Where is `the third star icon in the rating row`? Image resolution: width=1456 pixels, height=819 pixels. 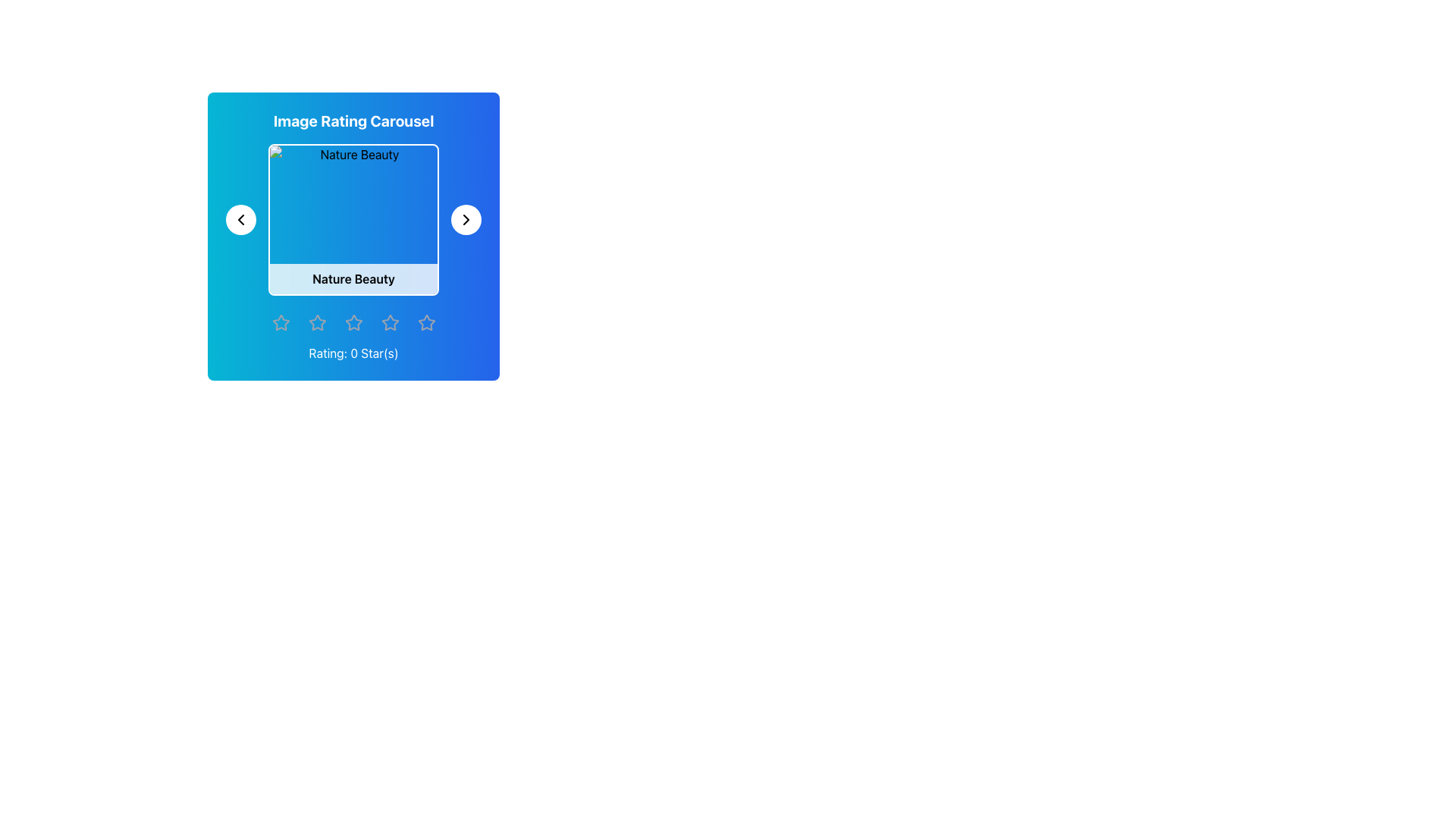 the third star icon in the rating row is located at coordinates (353, 322).